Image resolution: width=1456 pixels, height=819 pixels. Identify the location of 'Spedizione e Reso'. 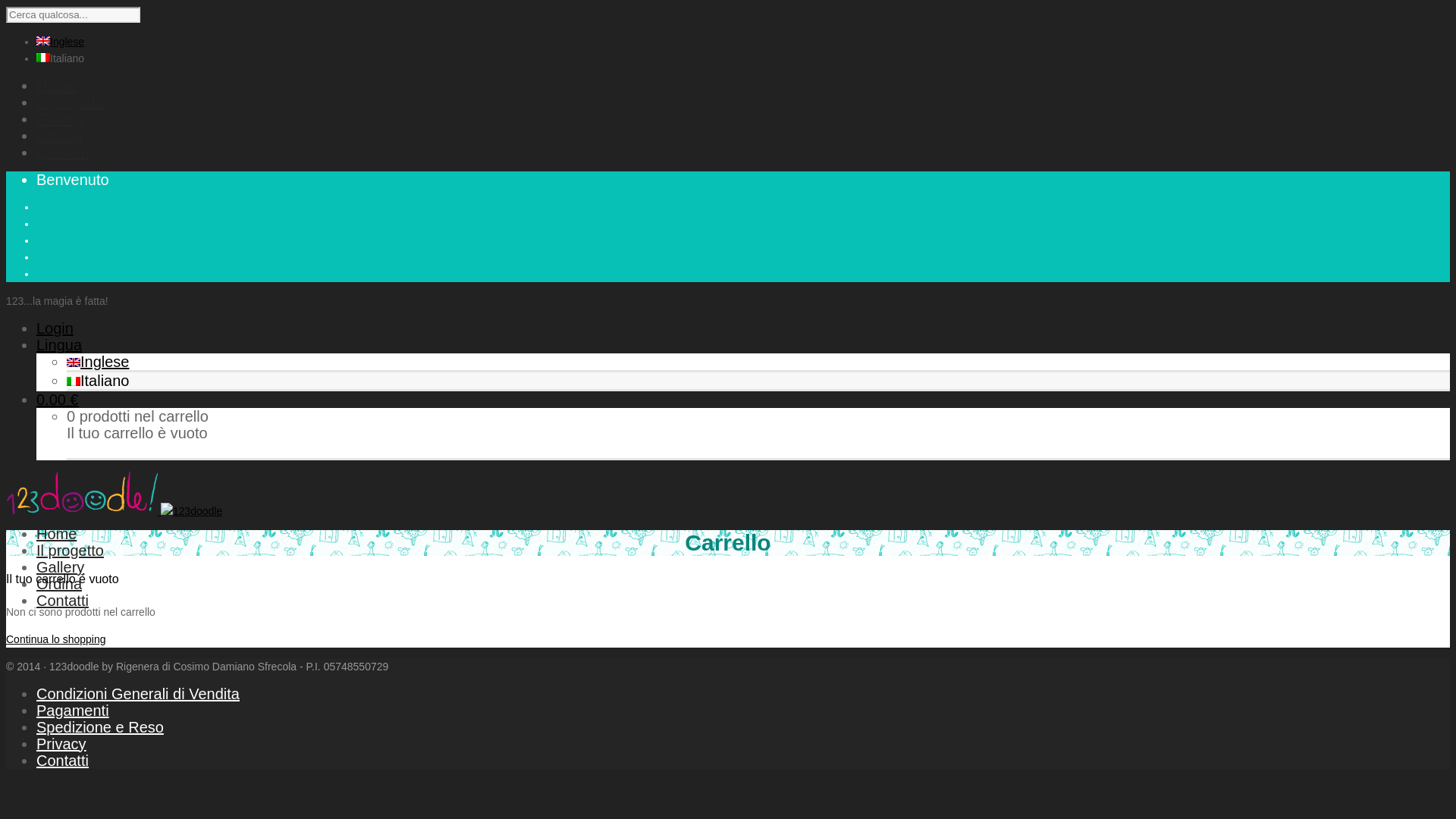
(99, 726).